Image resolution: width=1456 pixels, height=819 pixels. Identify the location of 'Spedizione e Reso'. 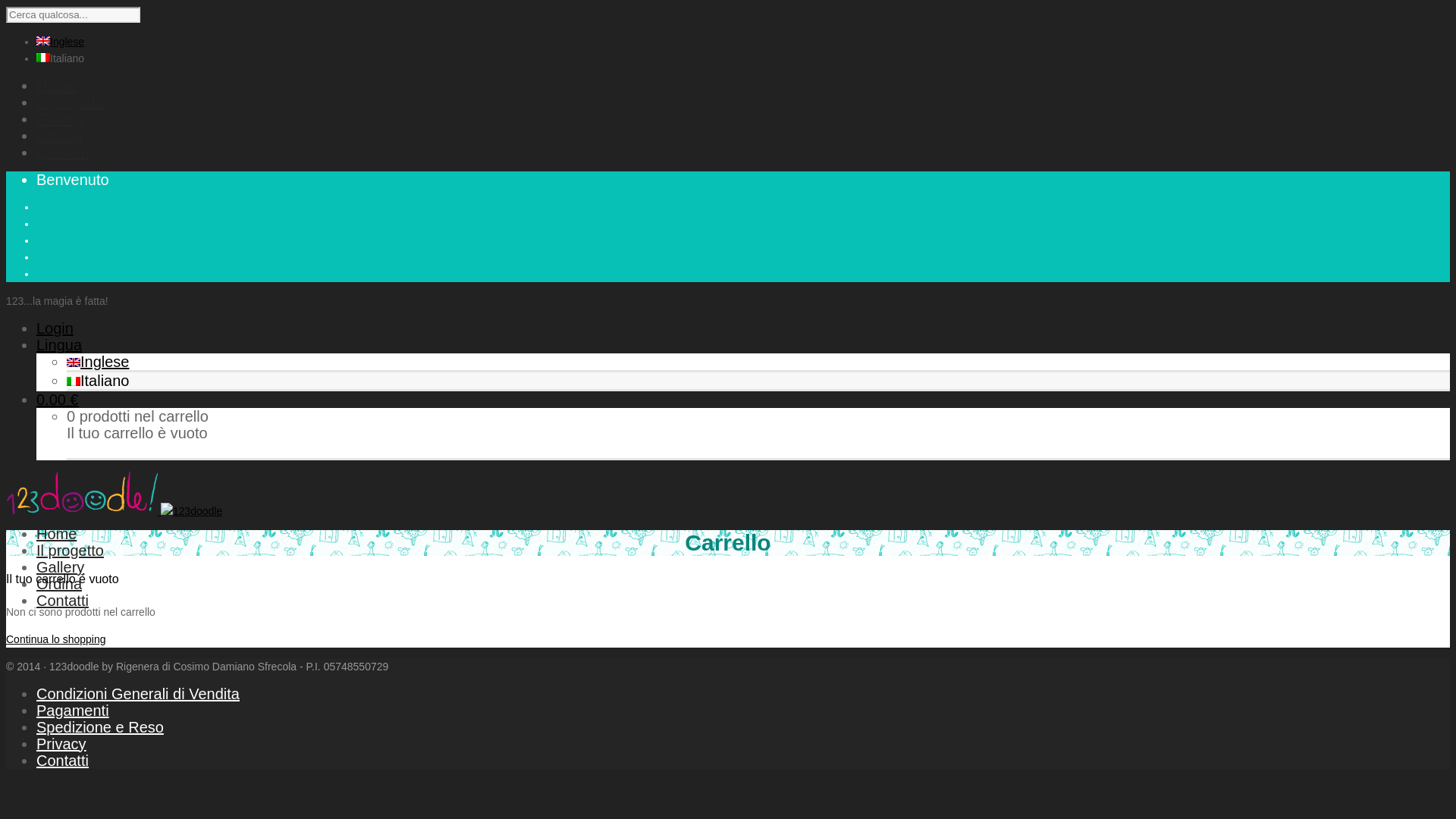
(99, 726).